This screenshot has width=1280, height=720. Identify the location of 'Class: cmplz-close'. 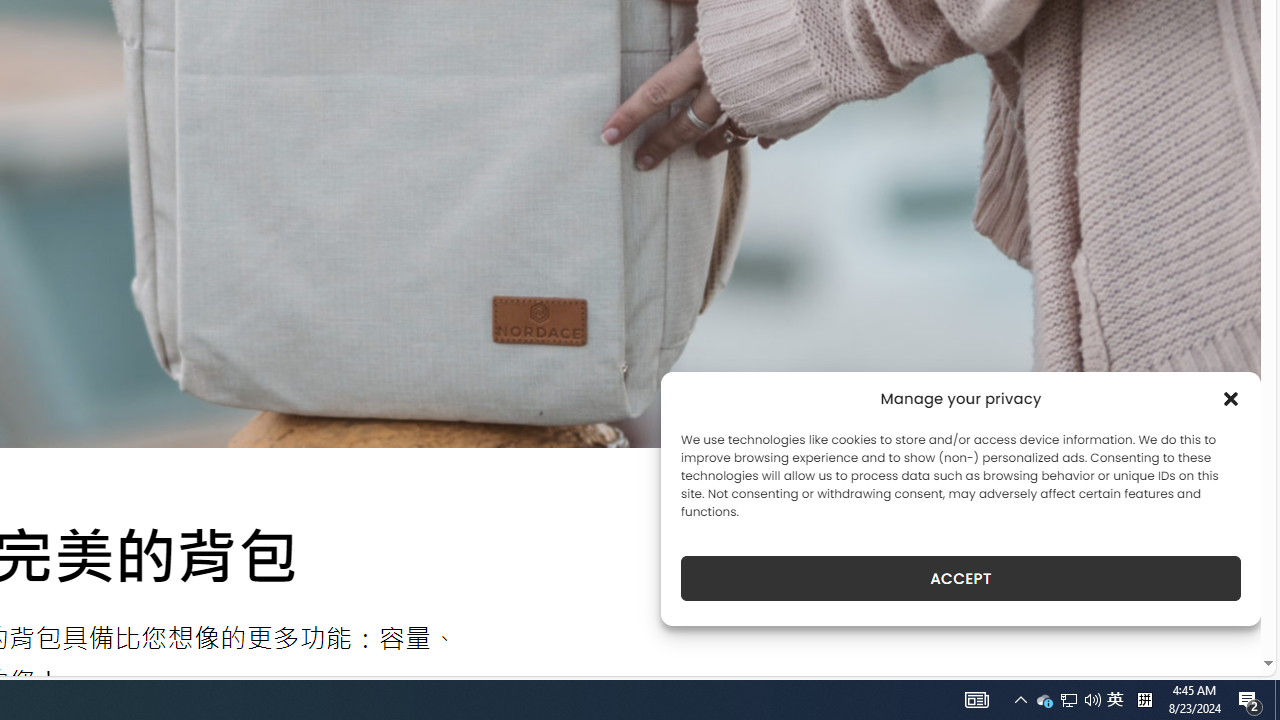
(1230, 398).